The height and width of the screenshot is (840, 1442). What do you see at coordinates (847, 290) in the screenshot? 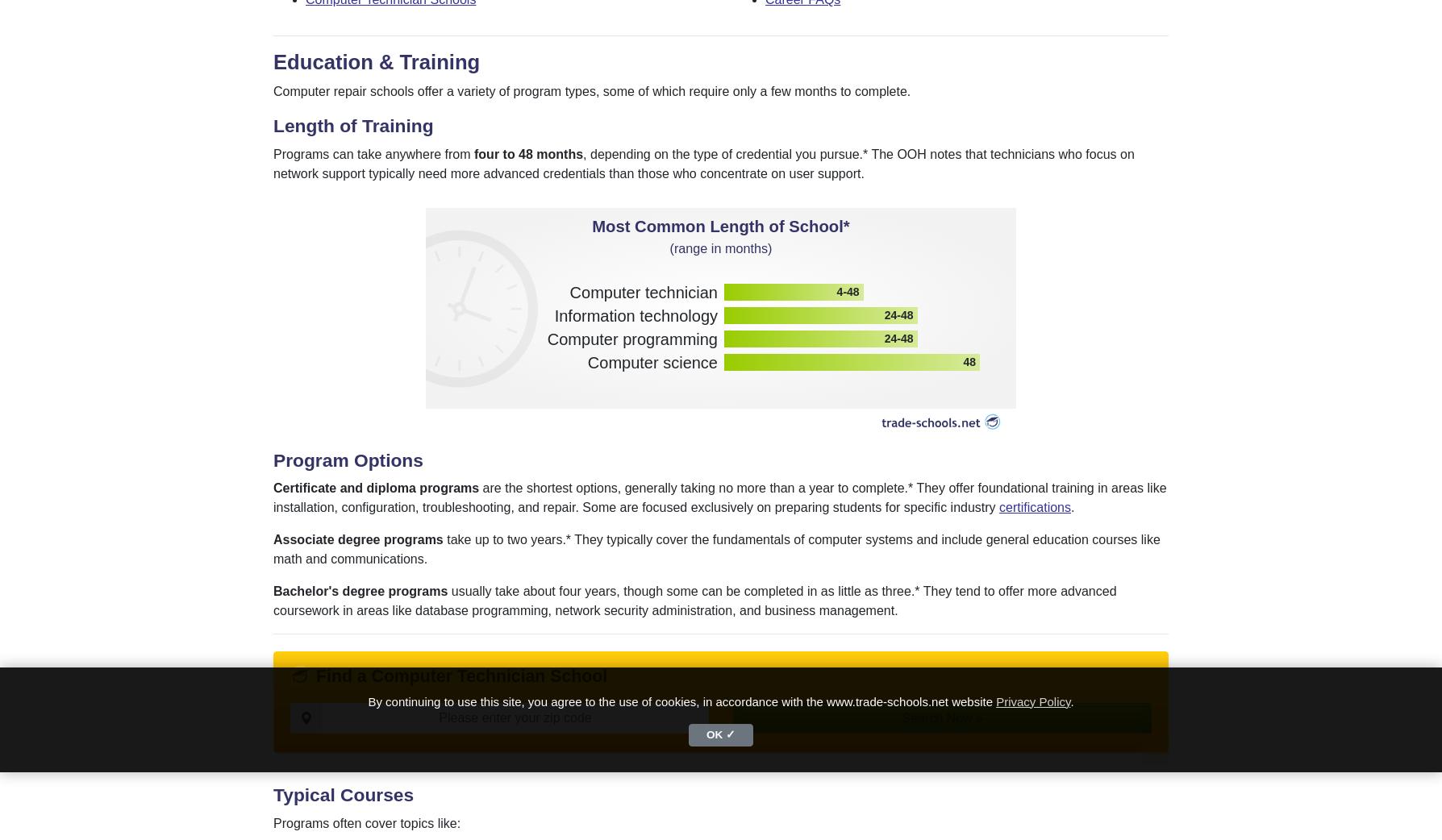
I see `'4-48'` at bounding box center [847, 290].